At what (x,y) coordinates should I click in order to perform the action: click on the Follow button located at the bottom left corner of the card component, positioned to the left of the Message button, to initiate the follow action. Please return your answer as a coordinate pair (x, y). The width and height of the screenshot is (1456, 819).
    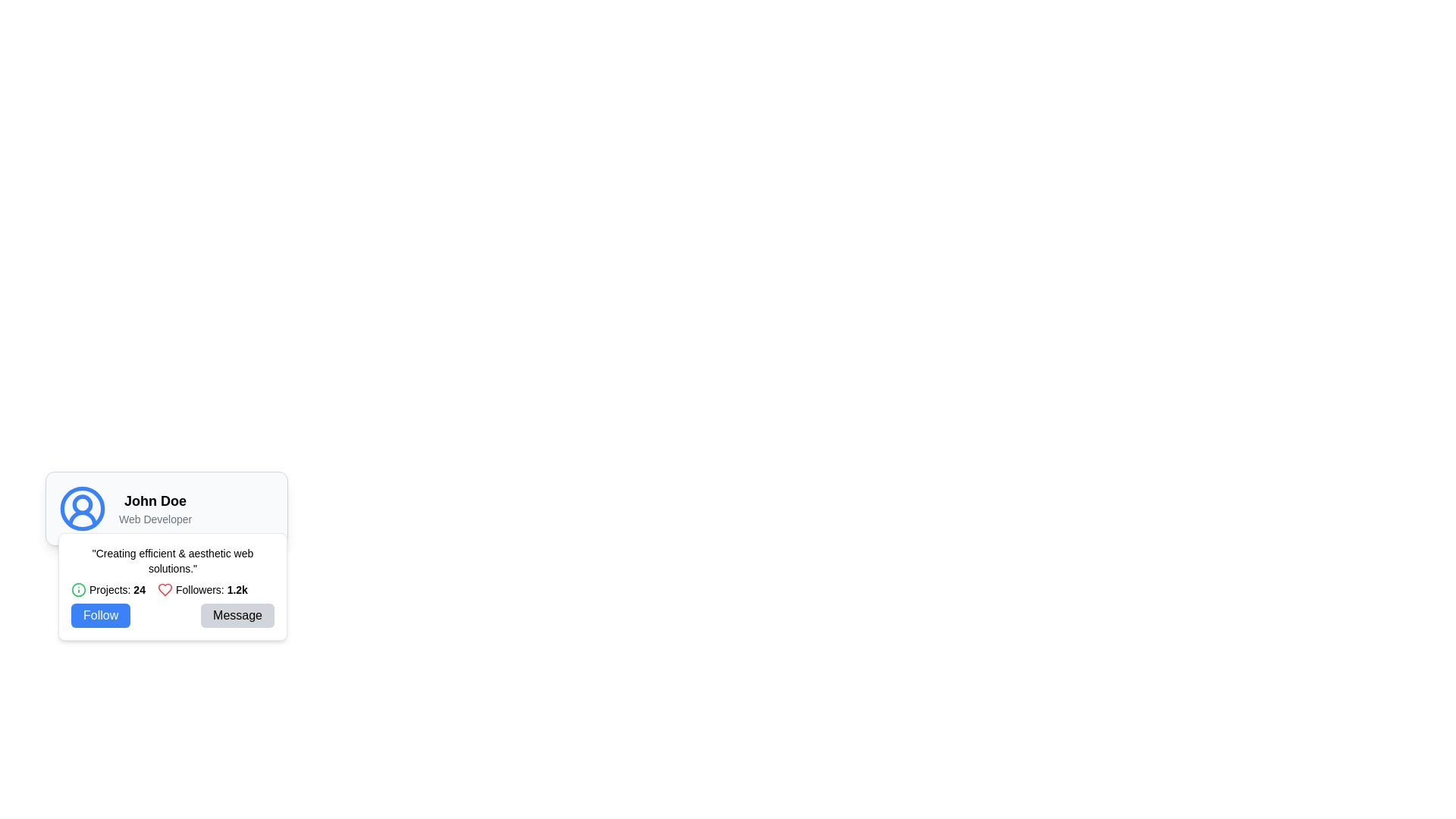
    Looking at the image, I should click on (100, 616).